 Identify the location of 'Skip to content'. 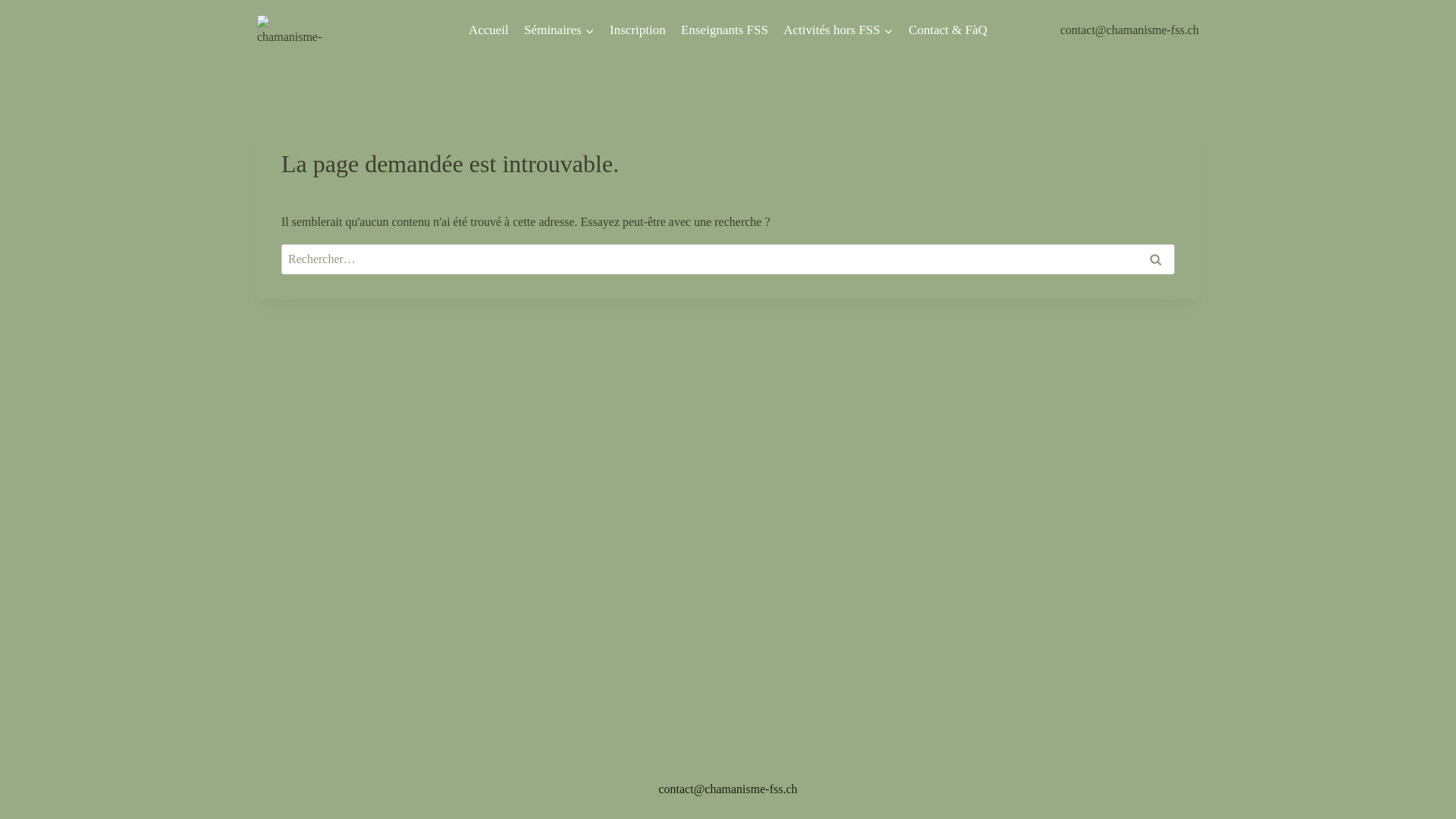
(0, 0).